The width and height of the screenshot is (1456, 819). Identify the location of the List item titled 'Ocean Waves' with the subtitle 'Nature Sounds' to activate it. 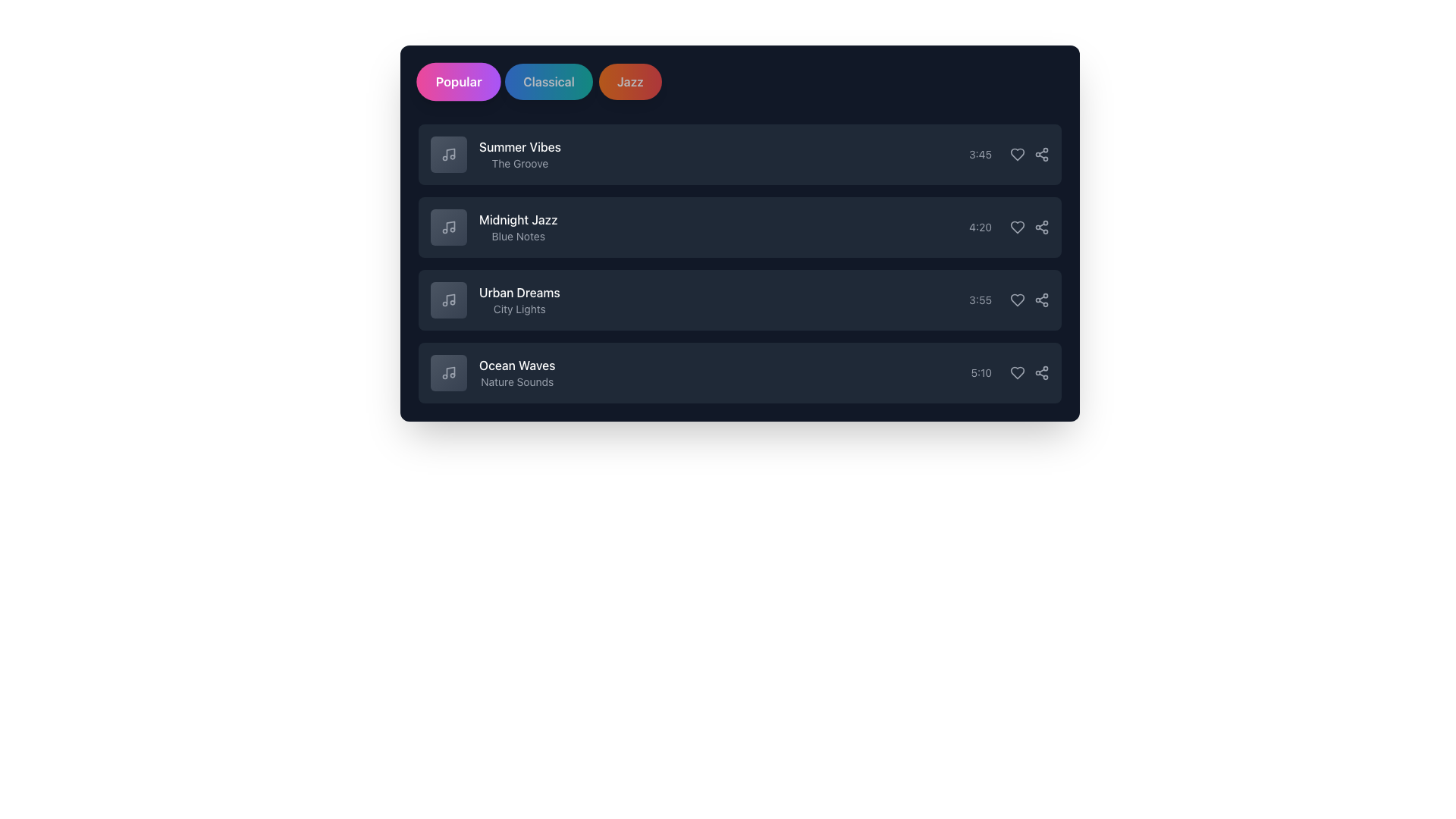
(739, 373).